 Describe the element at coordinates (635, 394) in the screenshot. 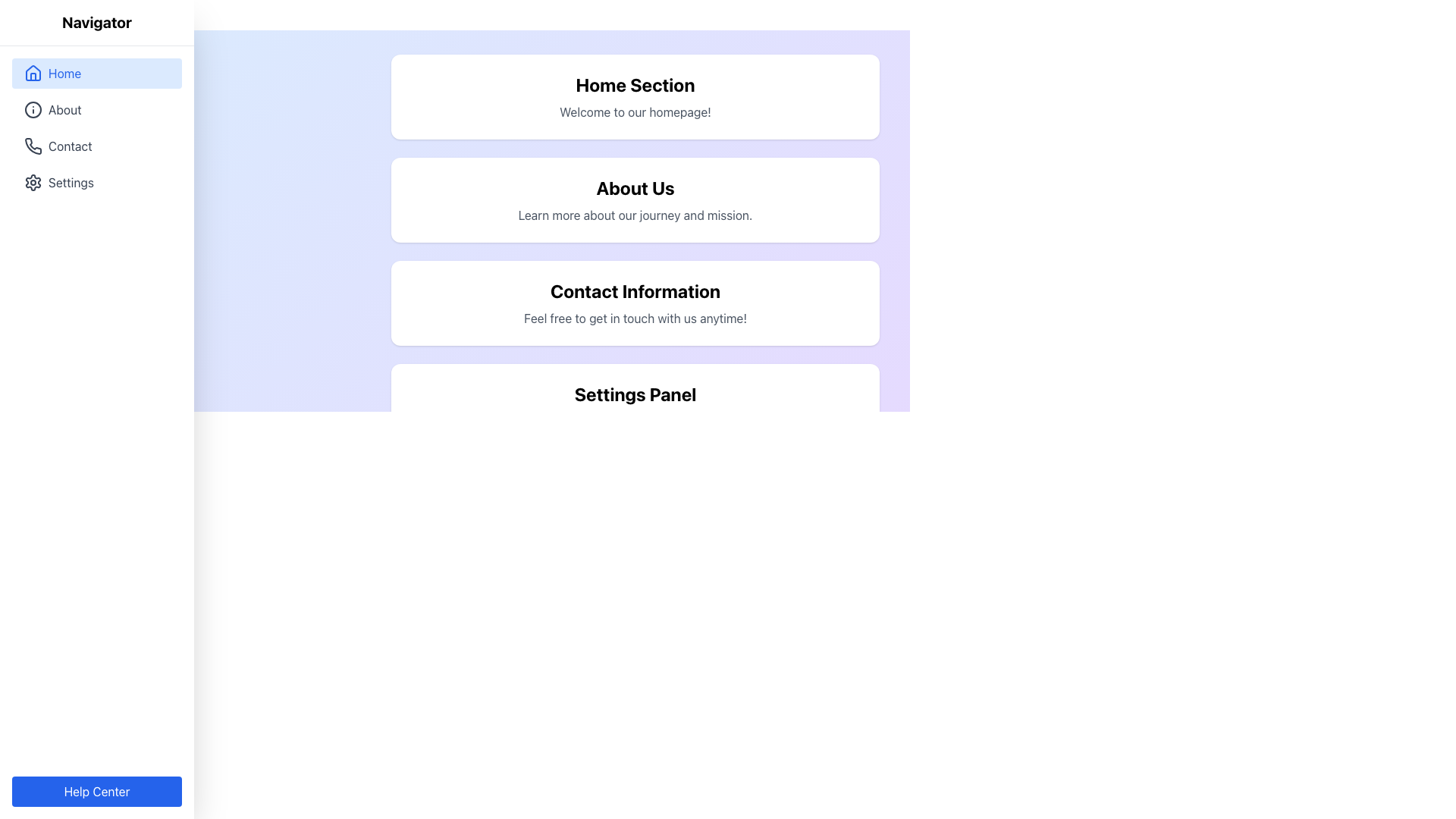

I see `the 'Settings Panel' heading text, which is displayed in large, bold text at the center of the 'Settings Panel' card` at that location.